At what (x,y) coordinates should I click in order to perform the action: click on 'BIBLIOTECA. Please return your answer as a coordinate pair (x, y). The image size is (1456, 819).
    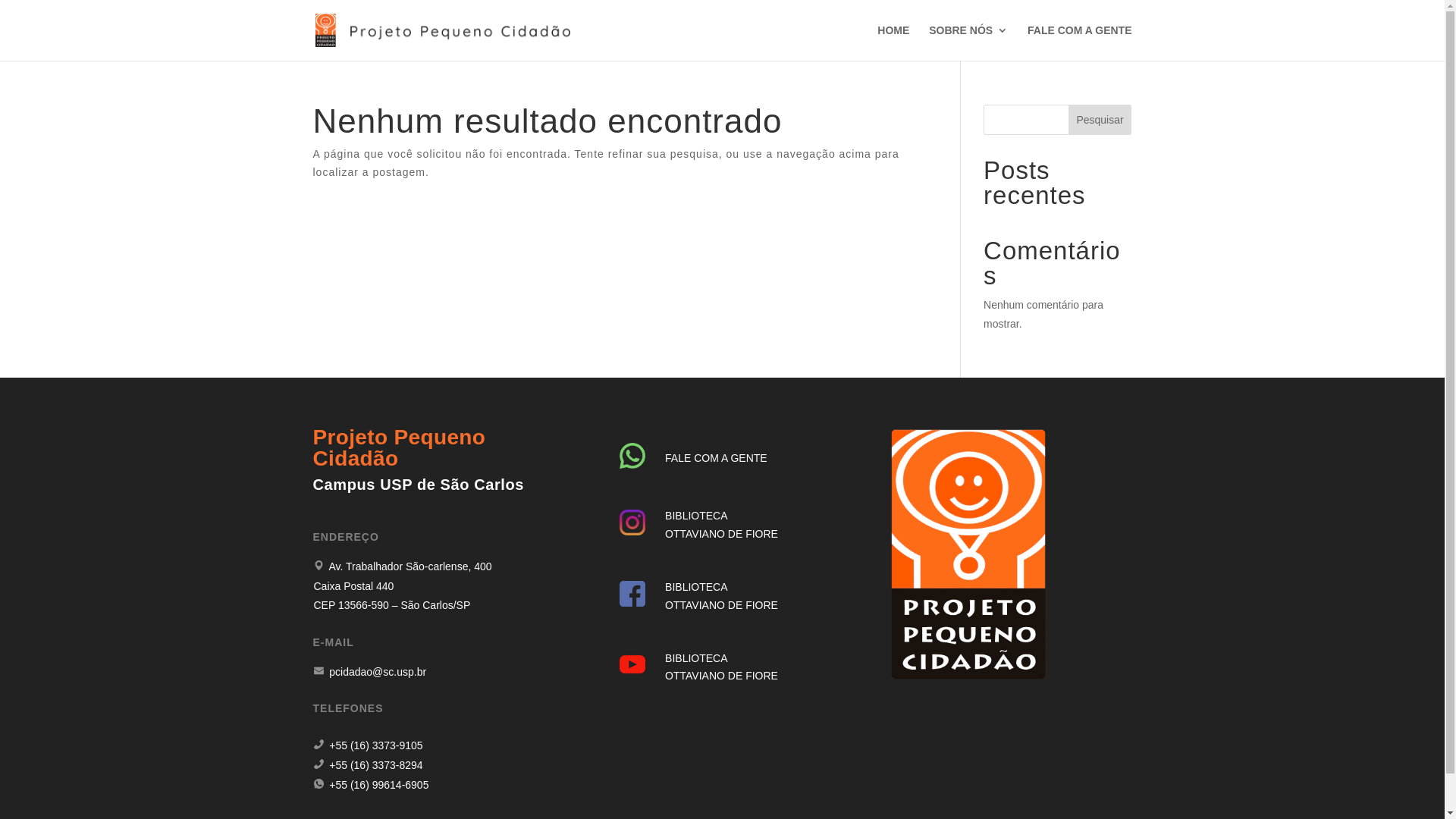
    Looking at the image, I should click on (720, 666).